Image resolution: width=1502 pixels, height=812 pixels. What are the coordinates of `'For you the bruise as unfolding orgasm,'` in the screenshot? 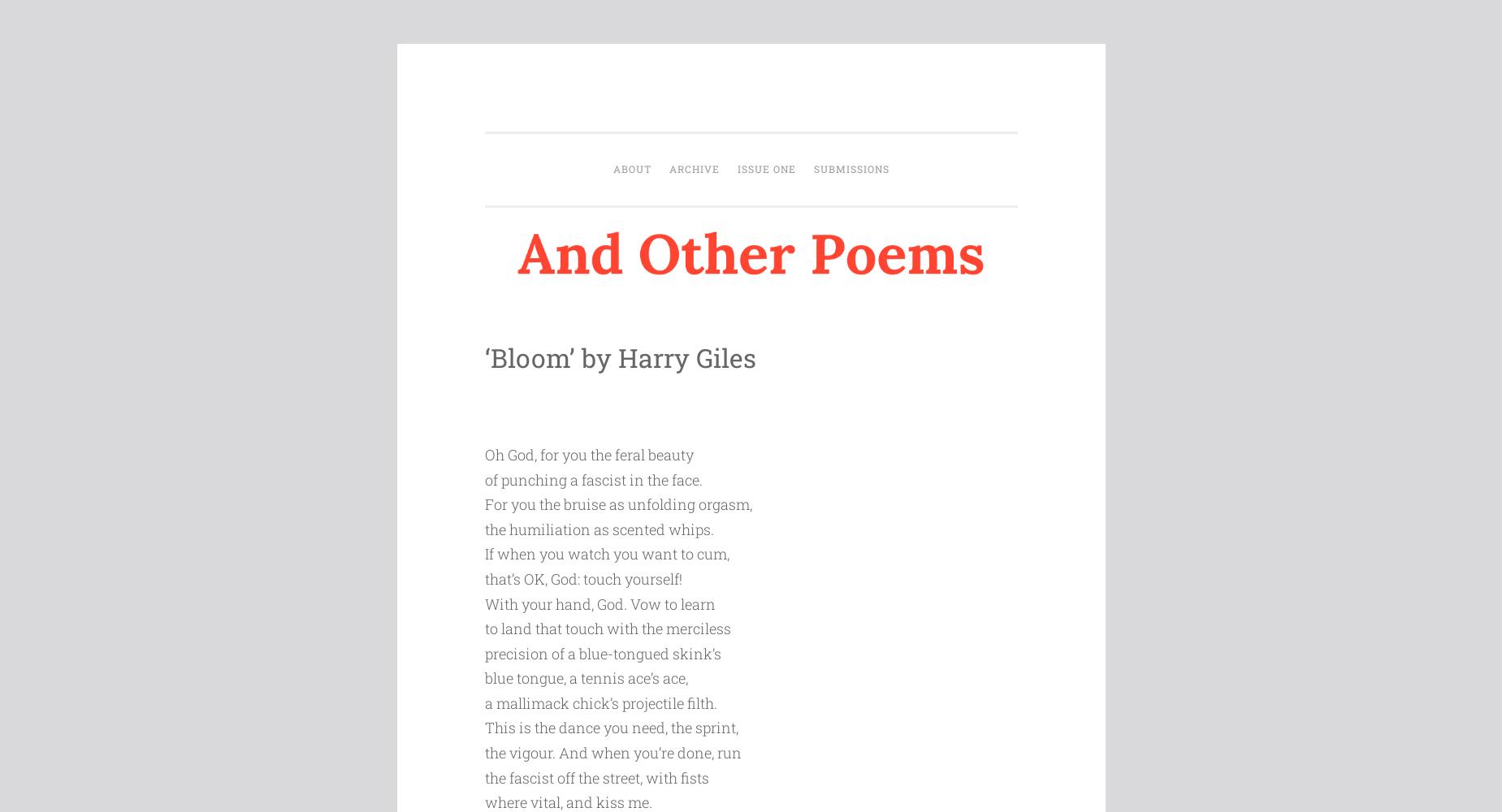 It's located at (617, 503).